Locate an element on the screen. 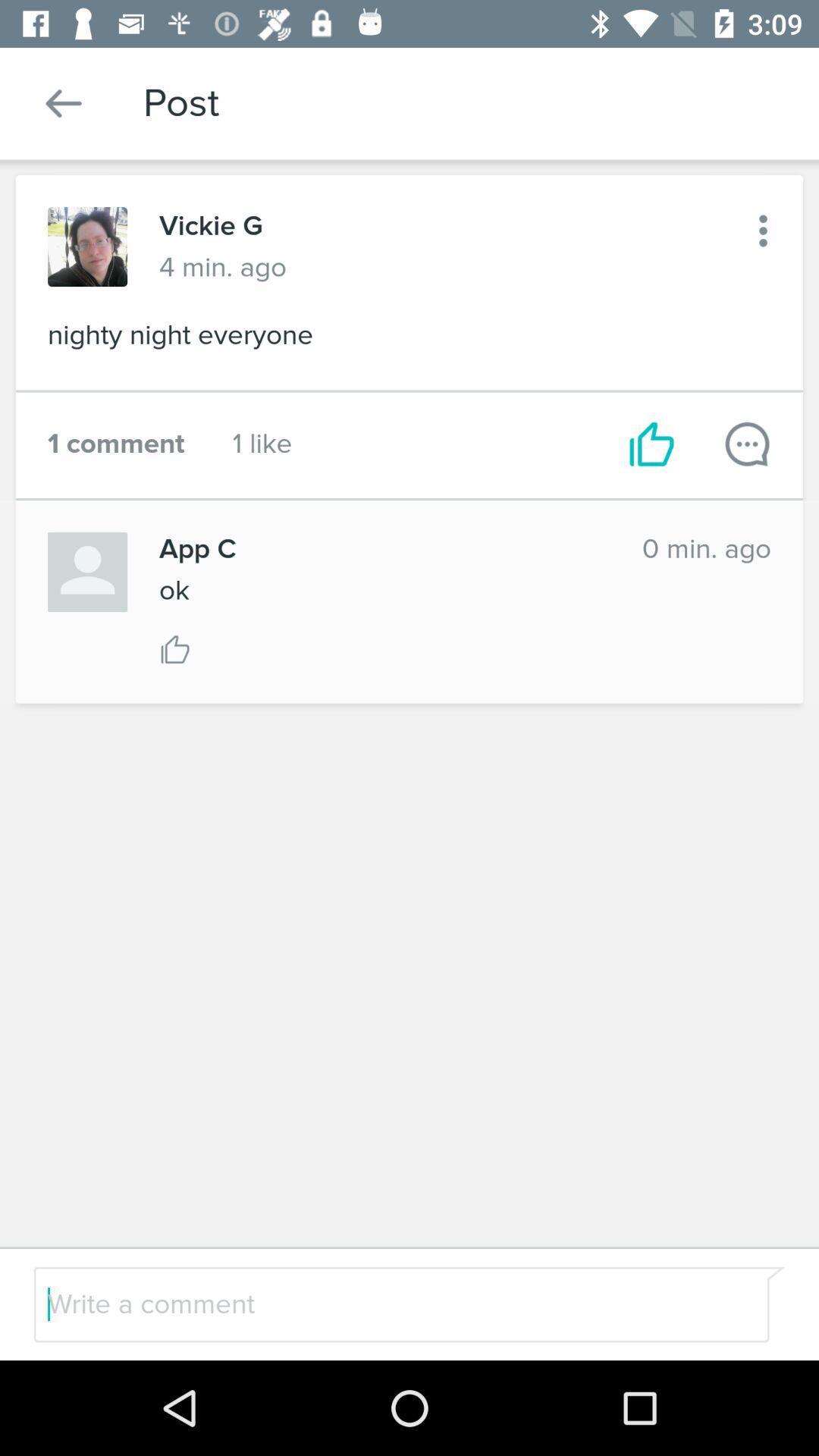 This screenshot has height=1456, width=819. the nighty night everyone item is located at coordinates (409, 339).